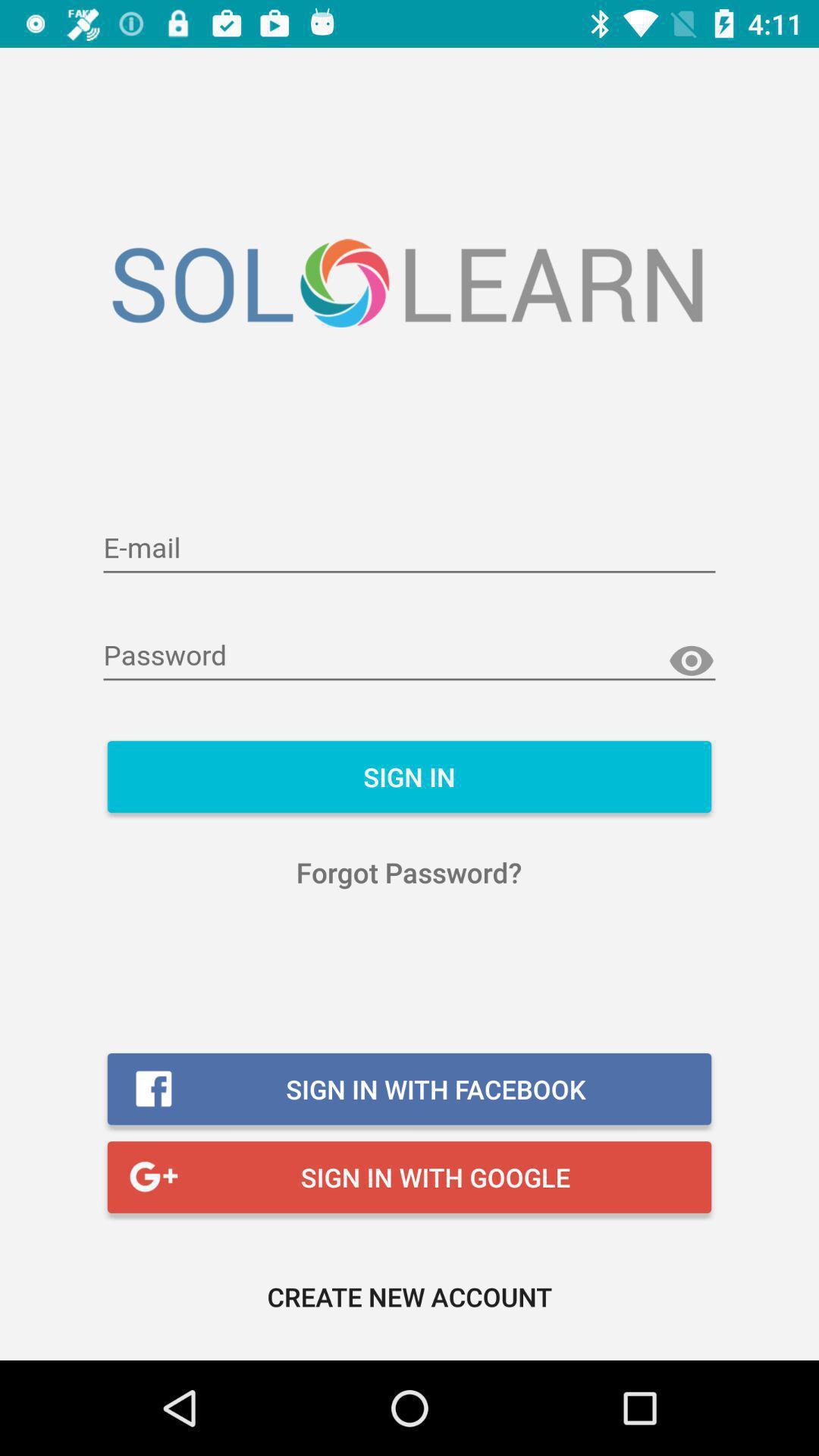  Describe the element at coordinates (409, 1295) in the screenshot. I see `item below the sign in with item` at that location.